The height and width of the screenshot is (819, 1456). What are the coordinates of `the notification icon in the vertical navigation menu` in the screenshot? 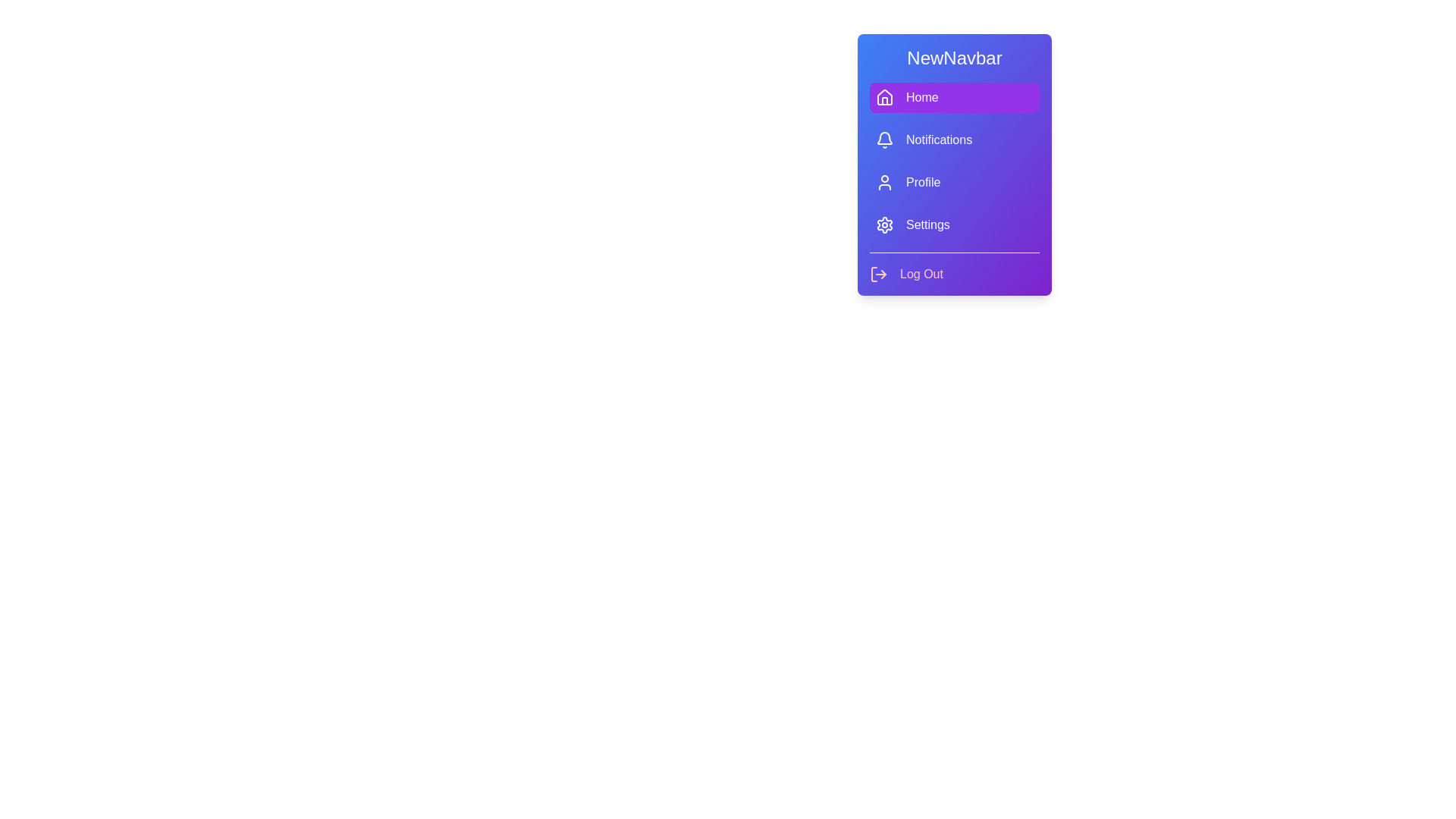 It's located at (884, 138).